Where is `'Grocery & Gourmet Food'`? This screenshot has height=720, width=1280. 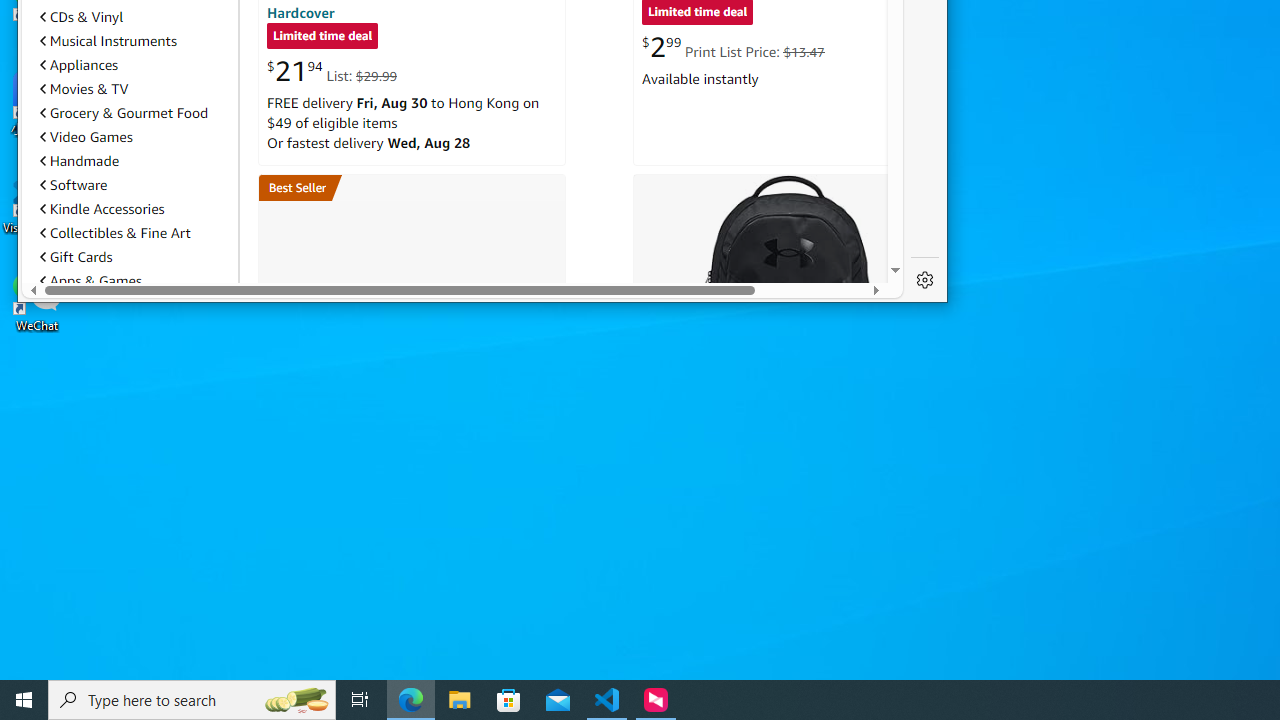 'Grocery & Gourmet Food' is located at coordinates (134, 113).